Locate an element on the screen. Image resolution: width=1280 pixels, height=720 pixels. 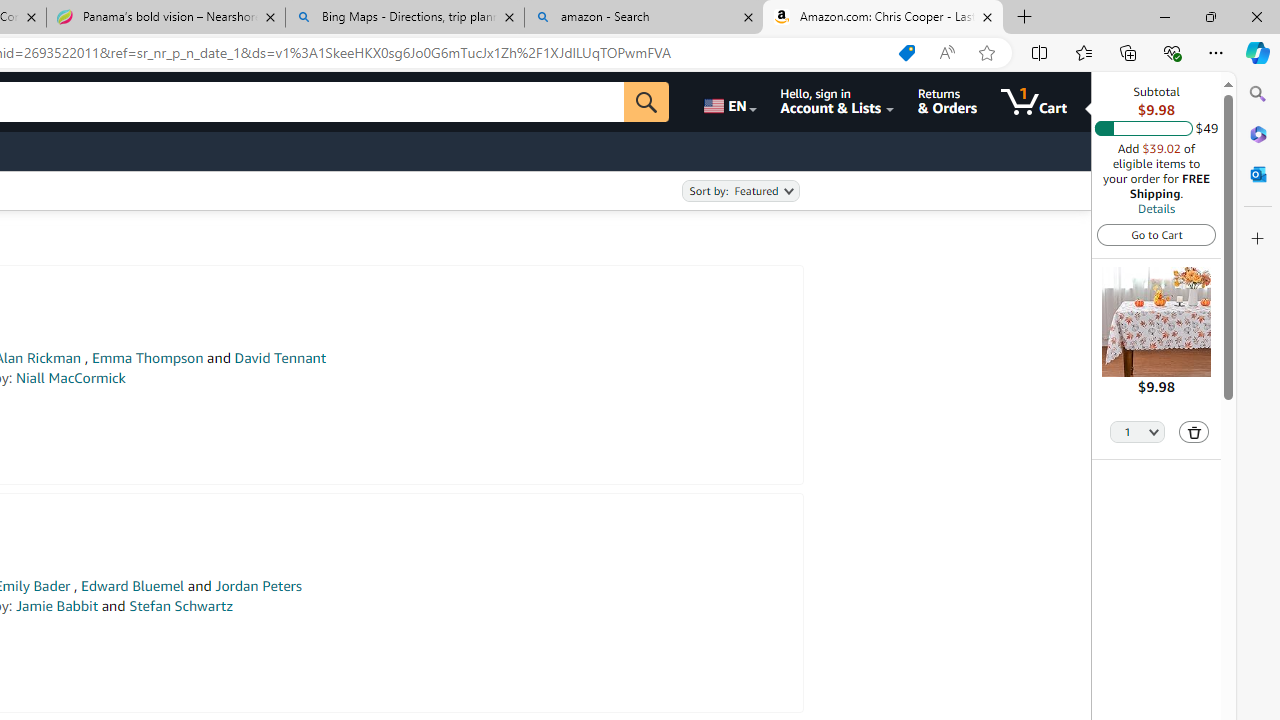
'Delete' is located at coordinates (1194, 430).